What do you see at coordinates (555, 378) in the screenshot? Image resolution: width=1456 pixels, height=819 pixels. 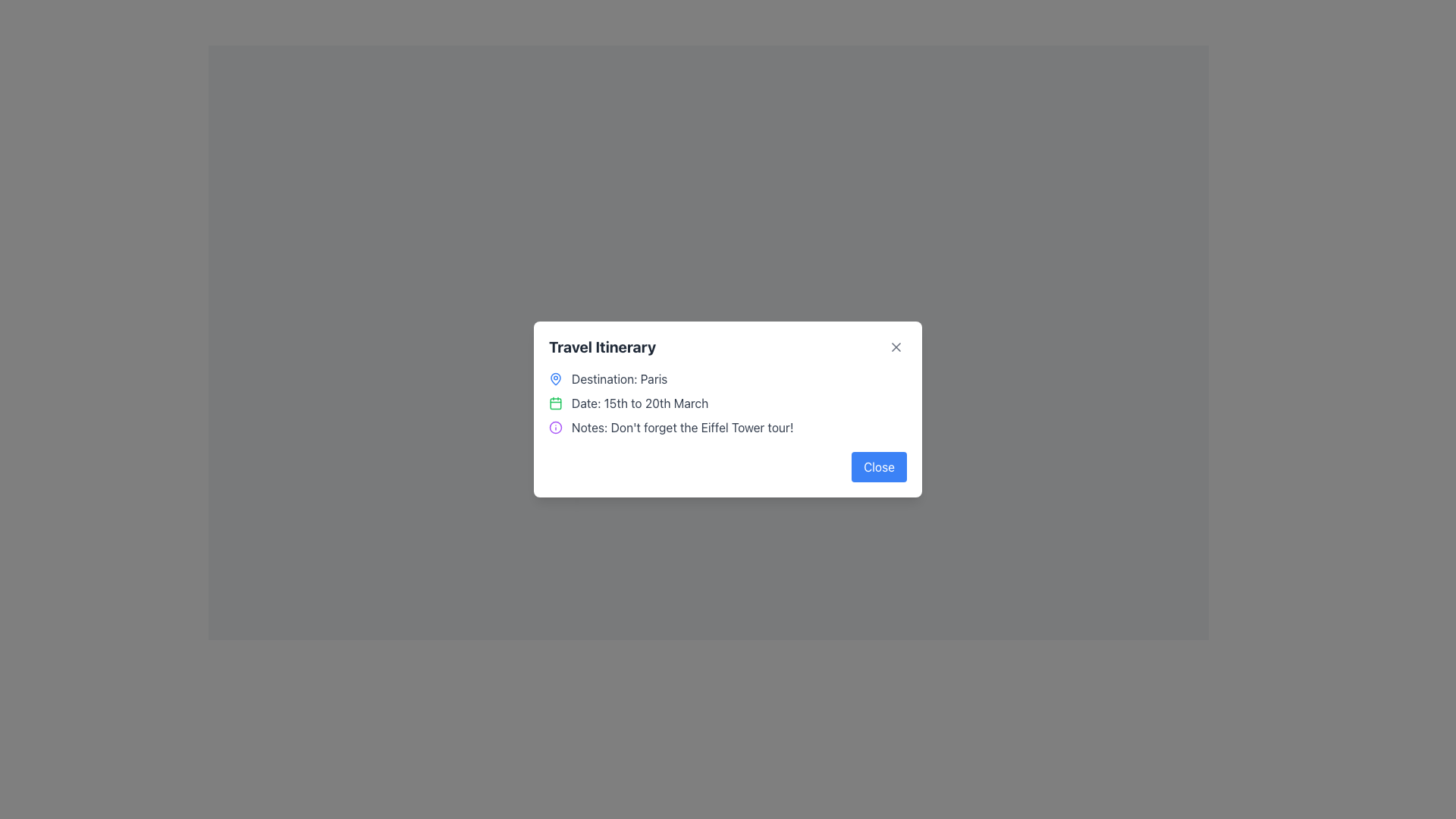 I see `the blue map pin icon that denotes a location, located to the left of the text 'Destination: Paris'` at bounding box center [555, 378].